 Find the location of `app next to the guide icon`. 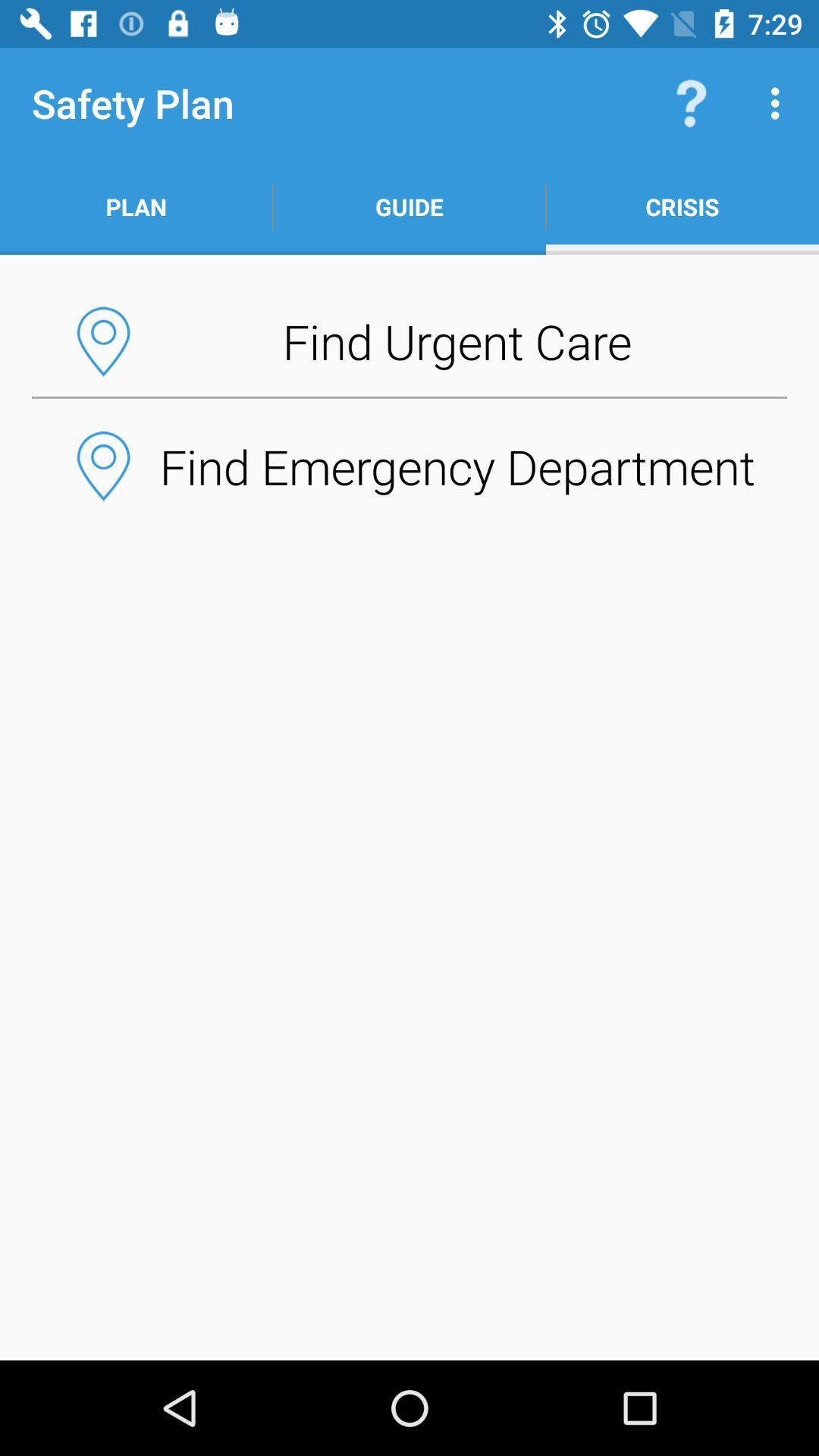

app next to the guide icon is located at coordinates (681, 206).